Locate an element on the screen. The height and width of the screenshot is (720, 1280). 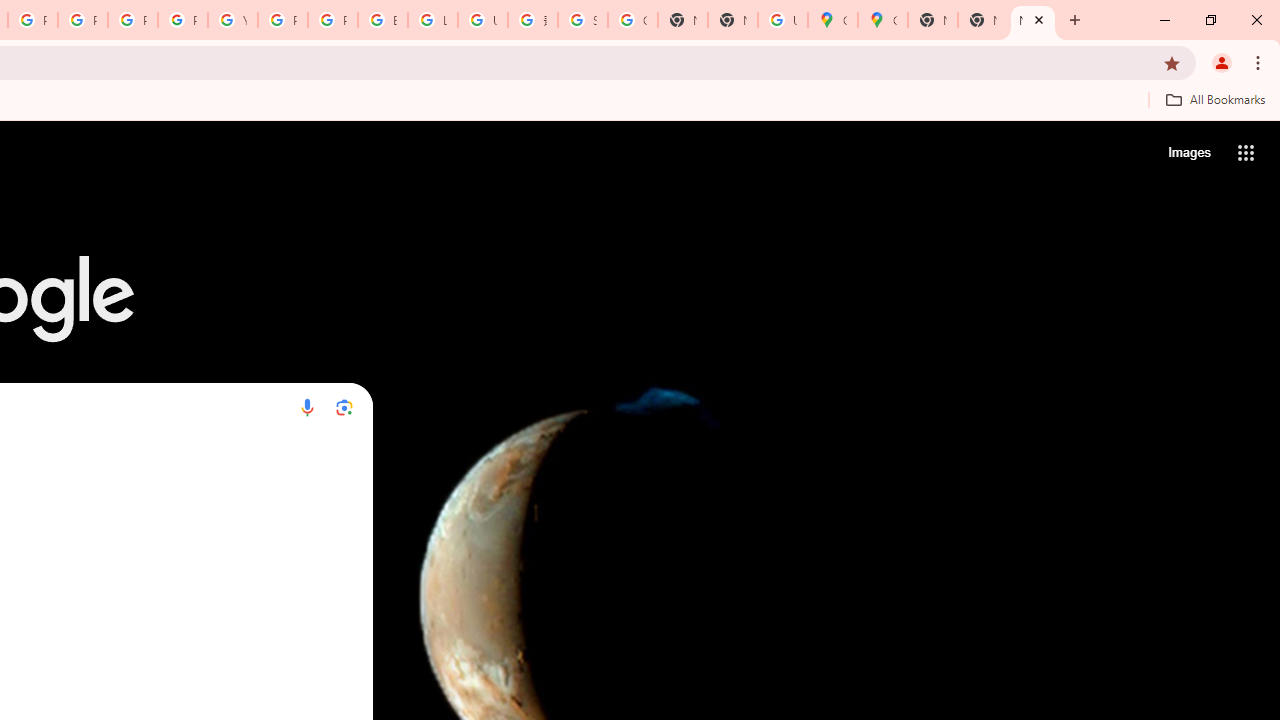
'Google Maps' is located at coordinates (881, 20).